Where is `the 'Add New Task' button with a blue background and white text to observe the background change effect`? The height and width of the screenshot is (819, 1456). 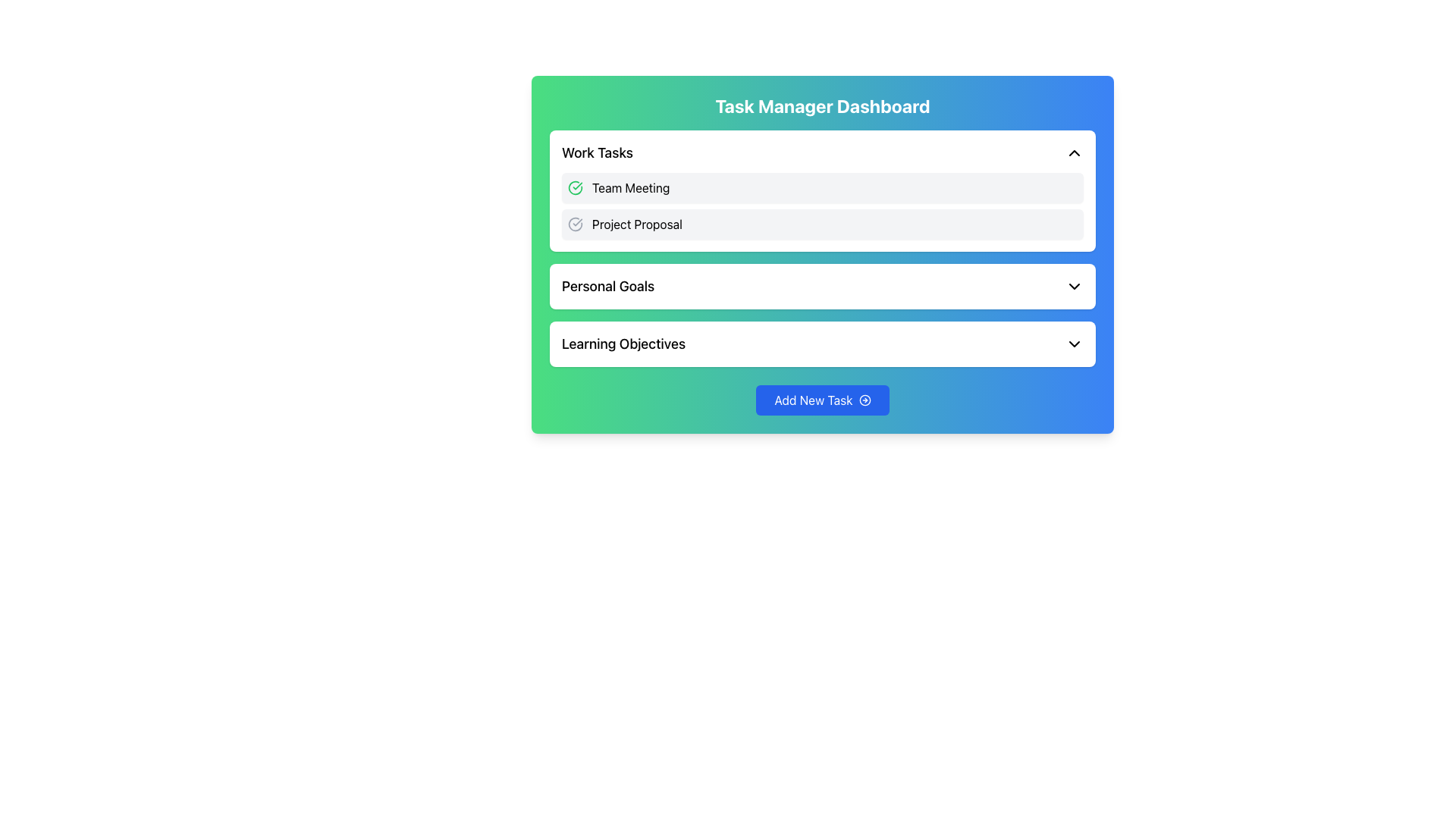
the 'Add New Task' button with a blue background and white text to observe the background change effect is located at coordinates (821, 400).